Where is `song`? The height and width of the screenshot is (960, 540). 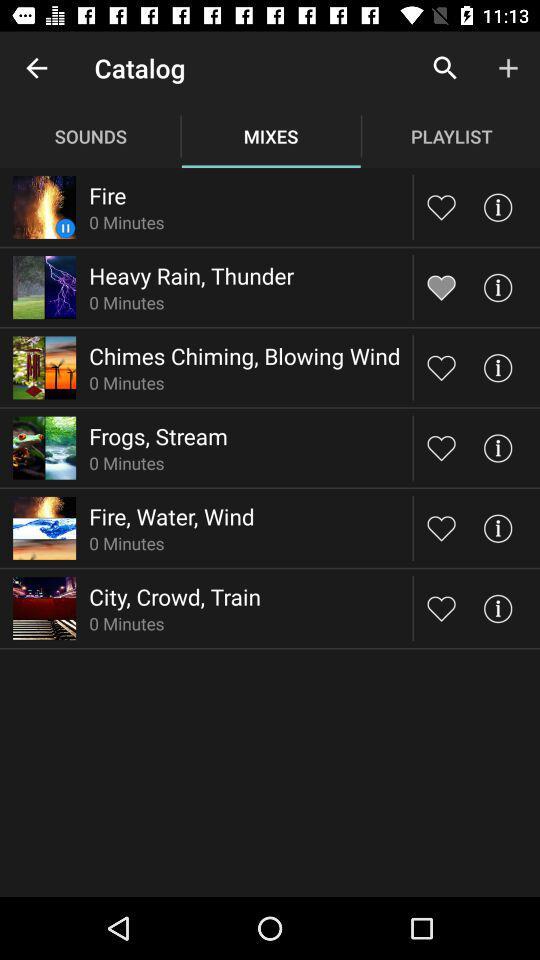
song is located at coordinates (441, 607).